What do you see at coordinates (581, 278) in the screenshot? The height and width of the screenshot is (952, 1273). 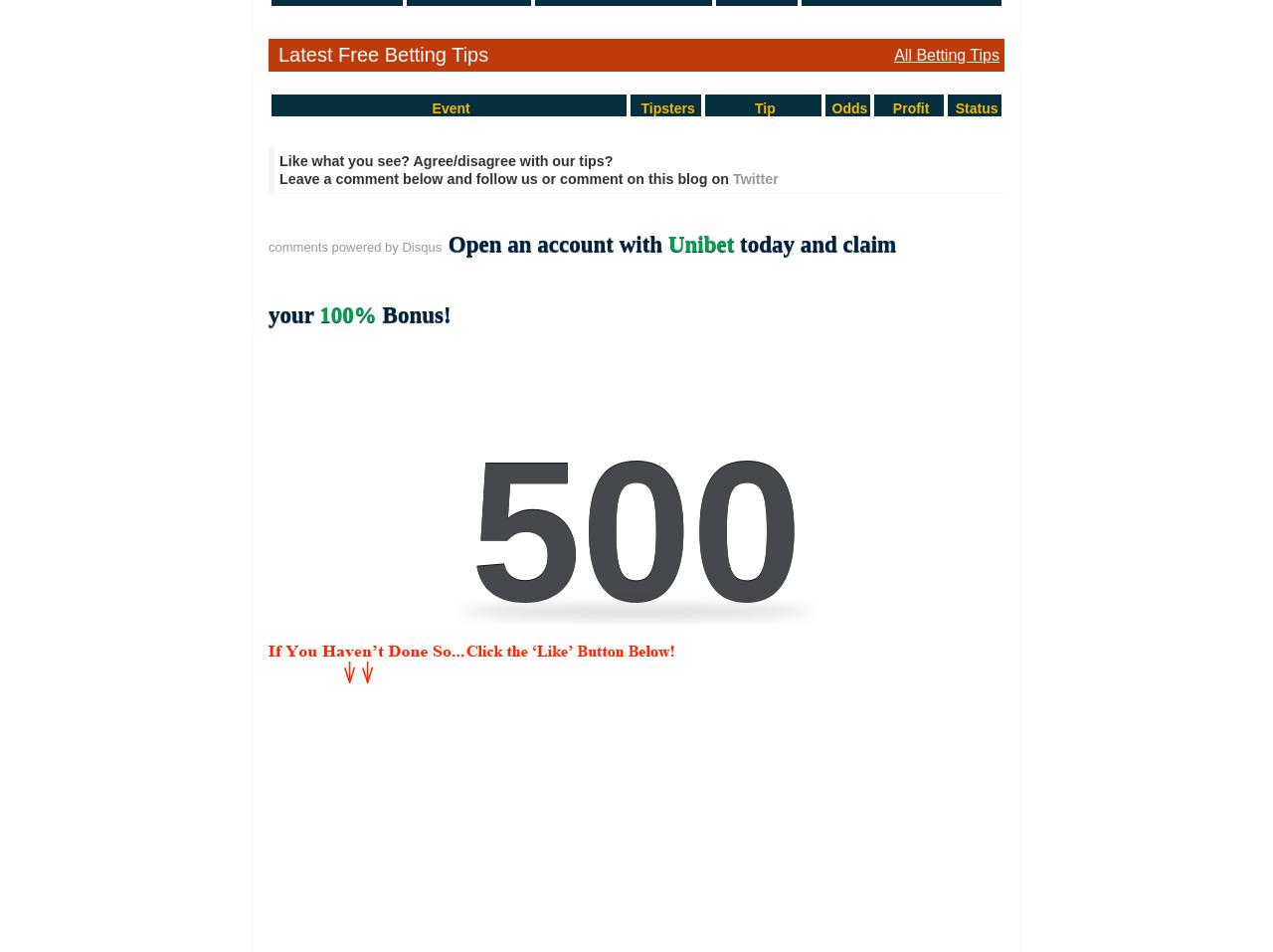 I see `'today and claim your'` at bounding box center [581, 278].